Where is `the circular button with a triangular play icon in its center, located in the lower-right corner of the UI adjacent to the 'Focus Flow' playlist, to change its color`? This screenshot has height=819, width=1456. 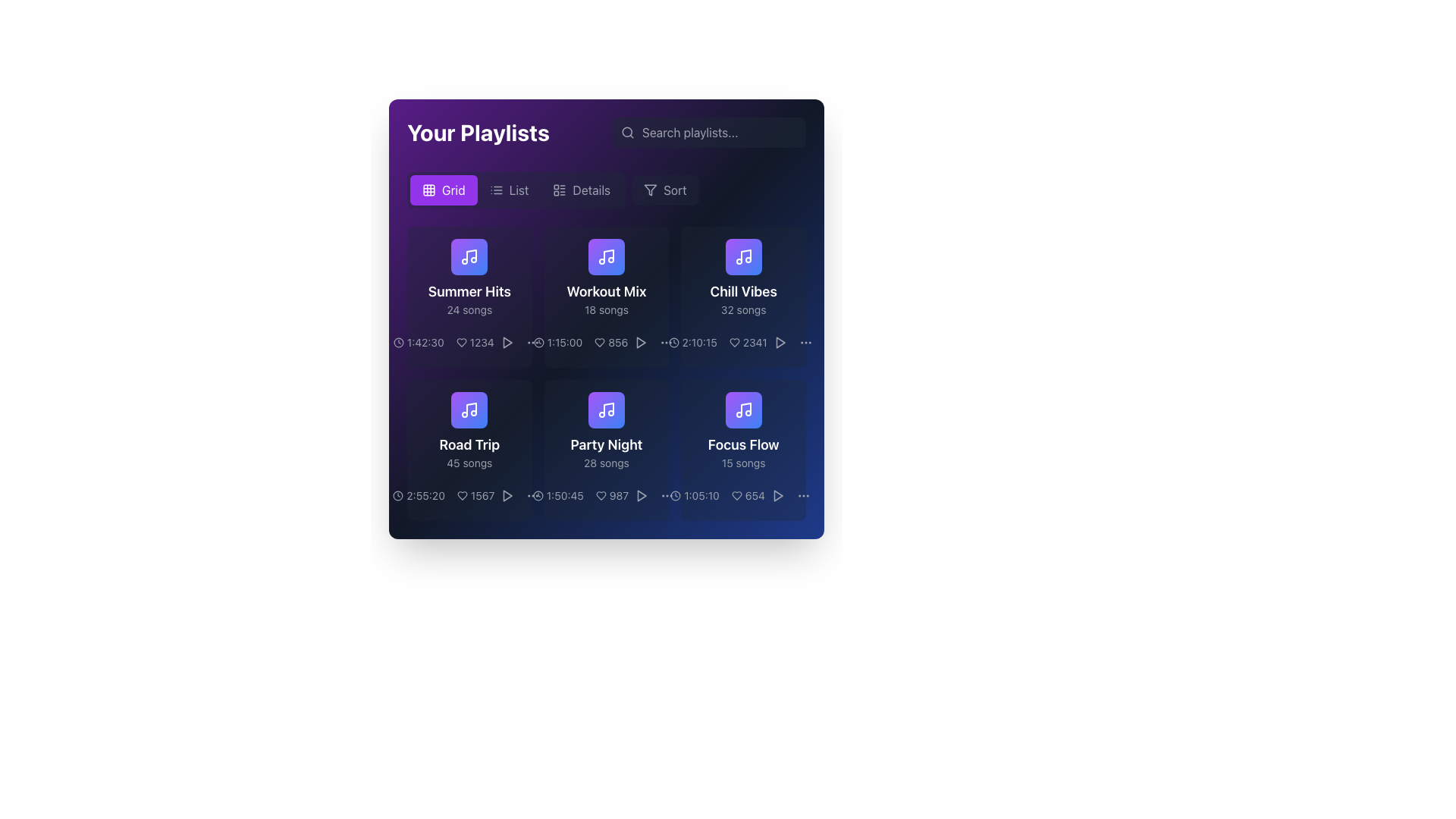
the circular button with a triangular play icon in its center, located in the lower-right corner of the UI adjacent to the 'Focus Flow' playlist, to change its color is located at coordinates (778, 496).